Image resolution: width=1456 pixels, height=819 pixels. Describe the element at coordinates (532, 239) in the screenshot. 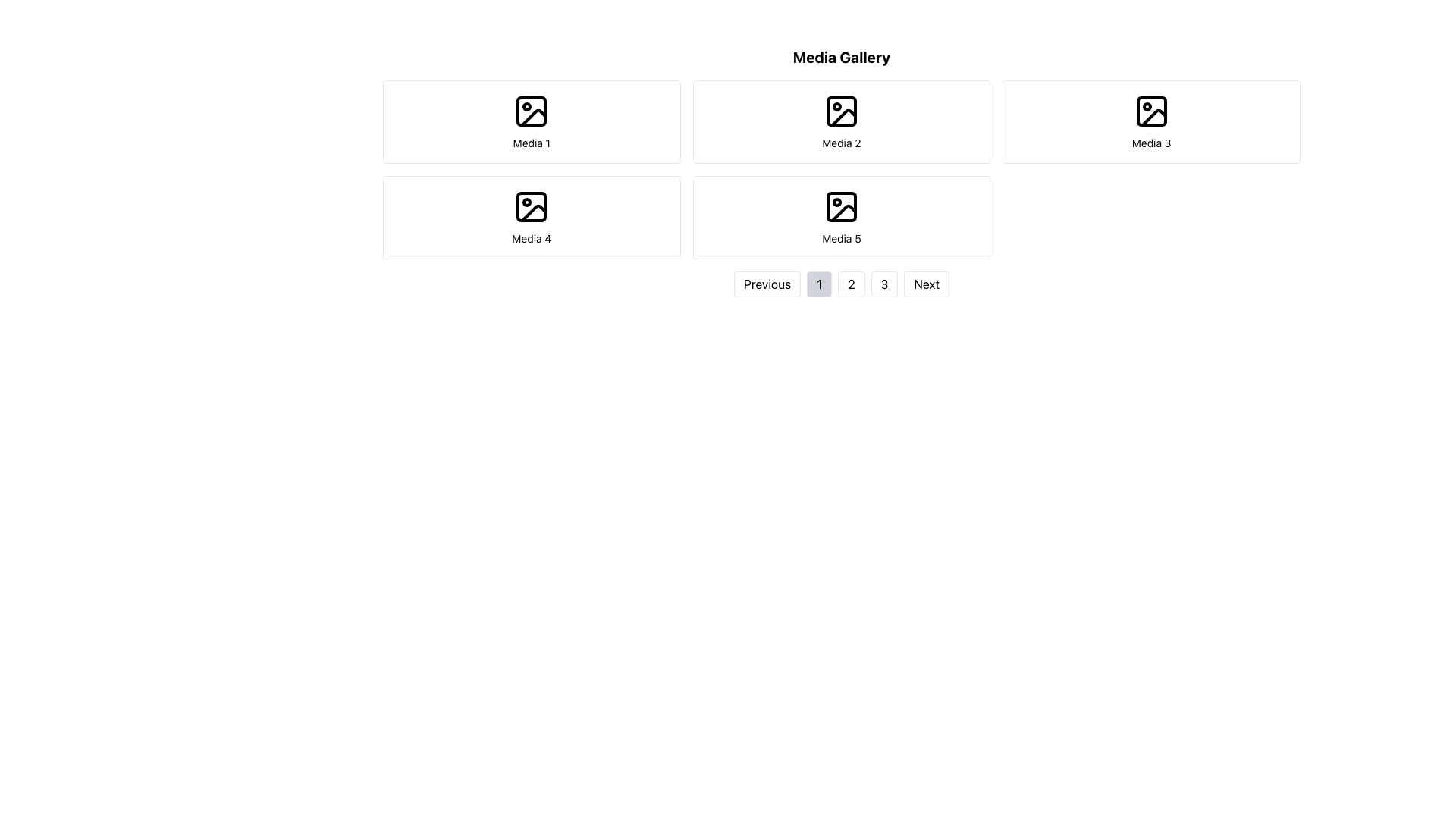

I see `the static text label marking it as 'Media 4' located in the fourth card of a 2x3 grid arrangement` at that location.